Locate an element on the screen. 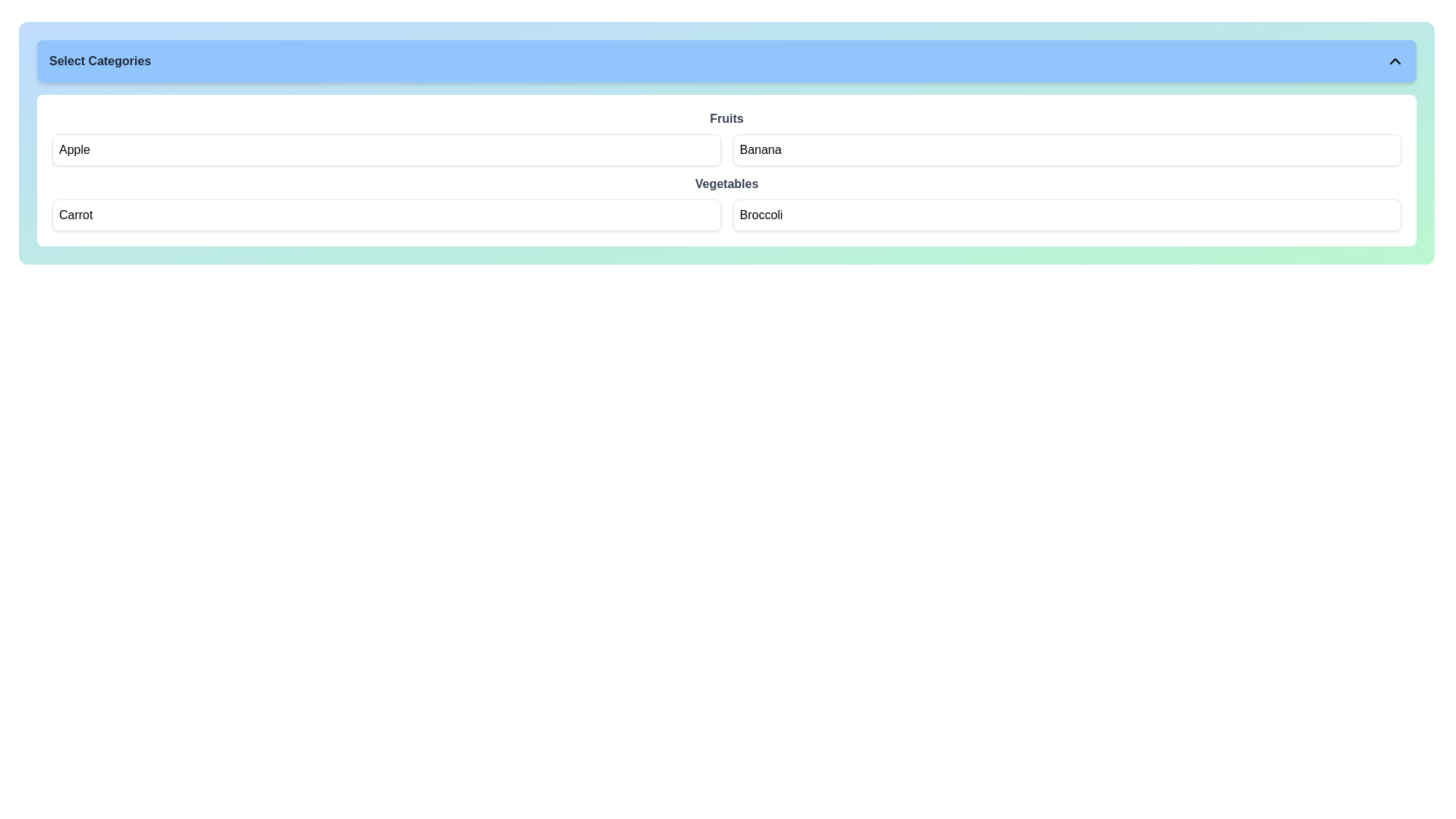  the grid layout containing selectable items for the 'Fruits' section, specifically the two interactive cards labeled 'Apple' and 'Banana' is located at coordinates (726, 149).